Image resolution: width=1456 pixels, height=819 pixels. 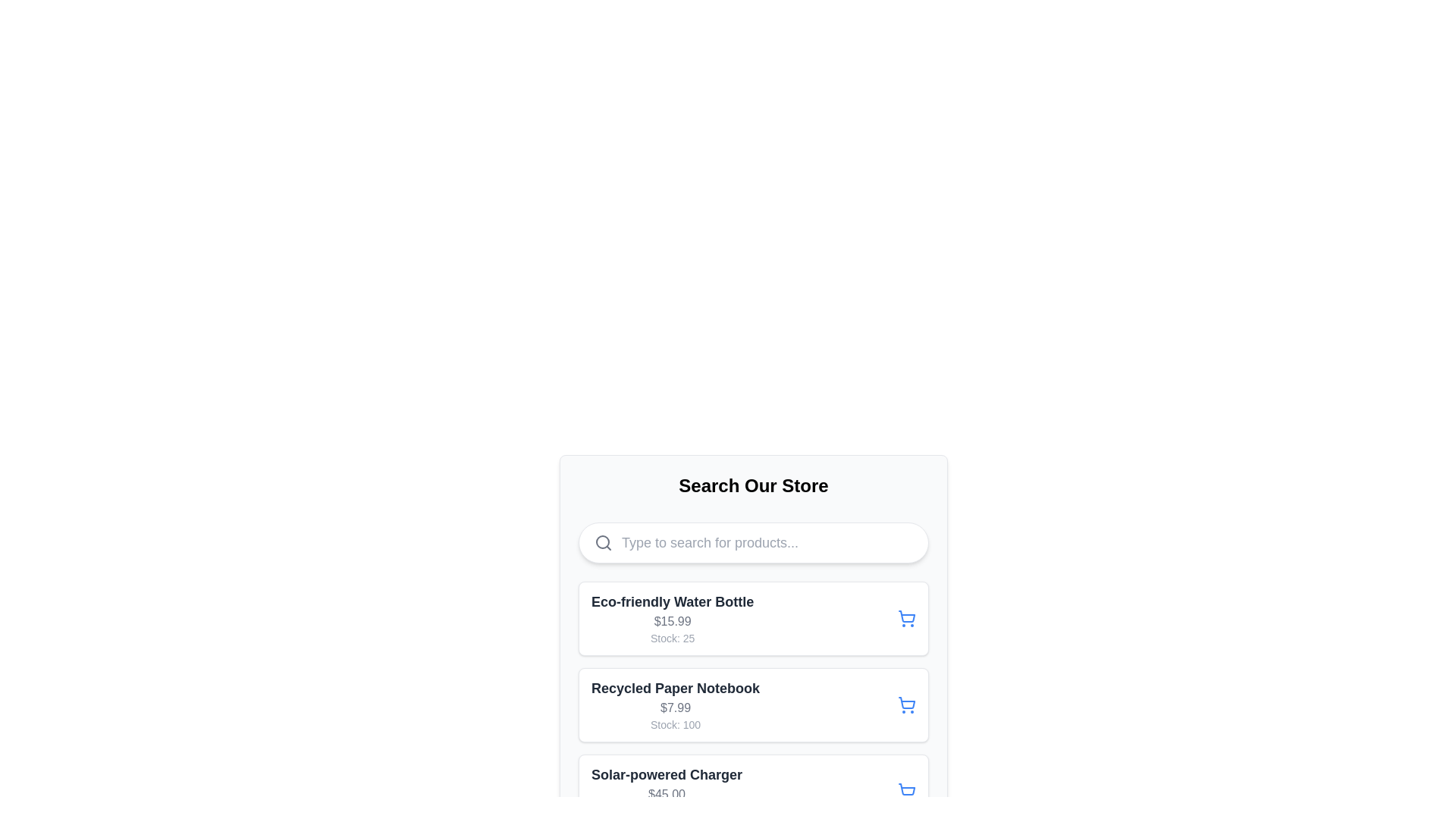 I want to click on the non-interactive price label displaying the price of the 'Recycled Paper Notebook', which is centrally located below the product title, so click(x=675, y=708).